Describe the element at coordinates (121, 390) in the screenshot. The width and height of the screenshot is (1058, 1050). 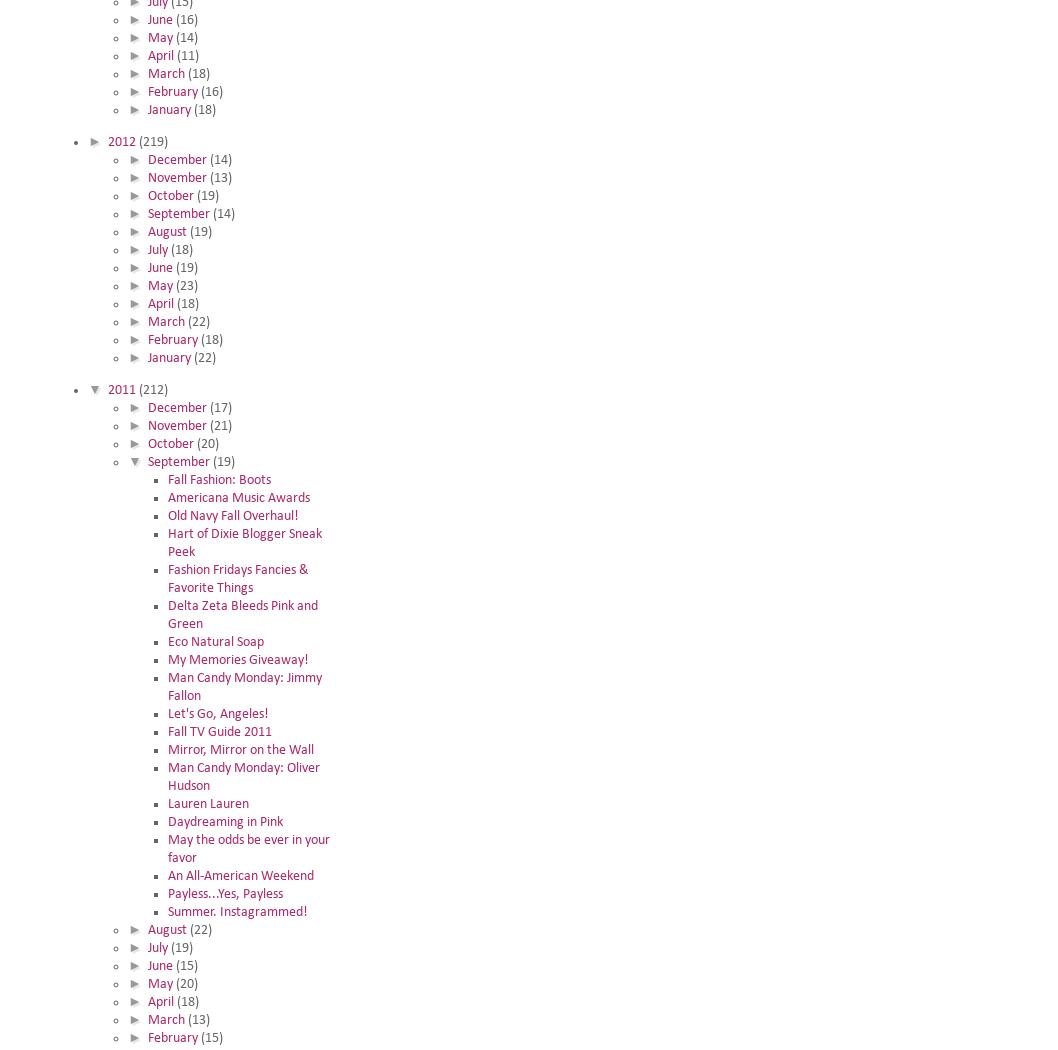
I see `'2011'` at that location.